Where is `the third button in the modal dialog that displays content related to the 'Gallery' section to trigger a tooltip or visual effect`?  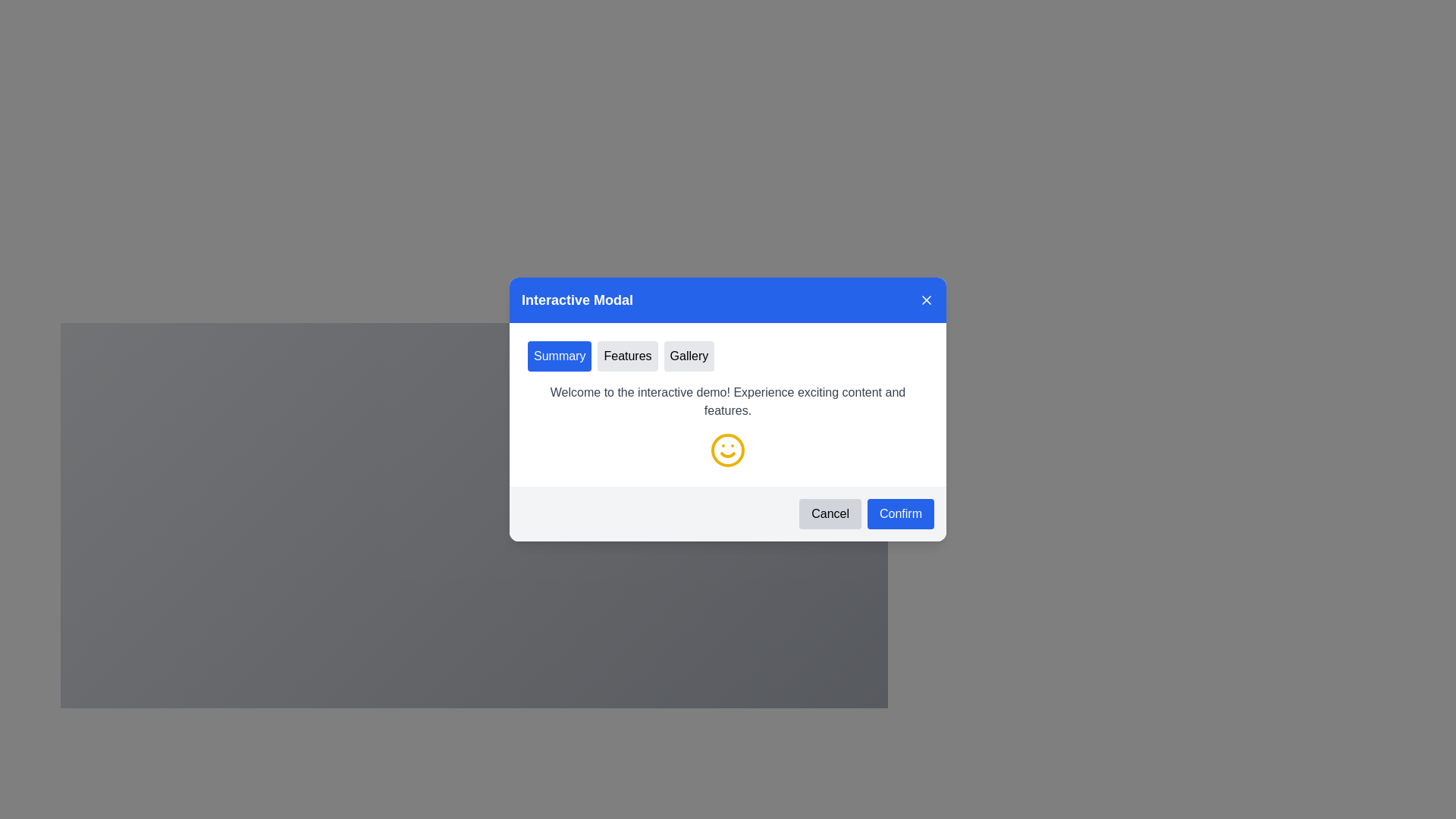 the third button in the modal dialog that displays content related to the 'Gallery' section to trigger a tooltip or visual effect is located at coordinates (688, 356).